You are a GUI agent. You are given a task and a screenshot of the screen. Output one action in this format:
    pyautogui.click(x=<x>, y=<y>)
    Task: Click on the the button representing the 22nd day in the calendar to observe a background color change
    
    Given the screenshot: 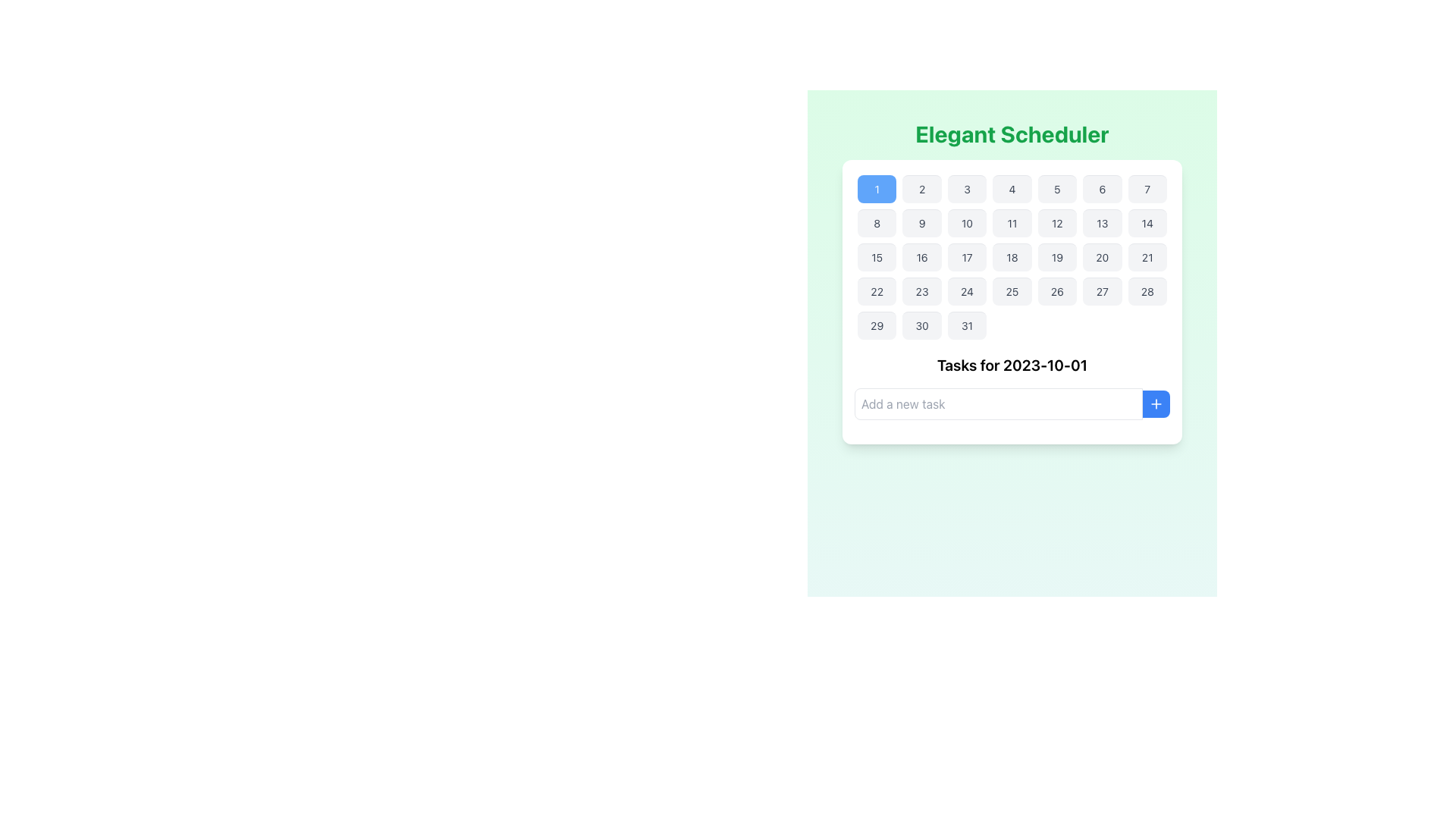 What is the action you would take?
    pyautogui.click(x=877, y=291)
    